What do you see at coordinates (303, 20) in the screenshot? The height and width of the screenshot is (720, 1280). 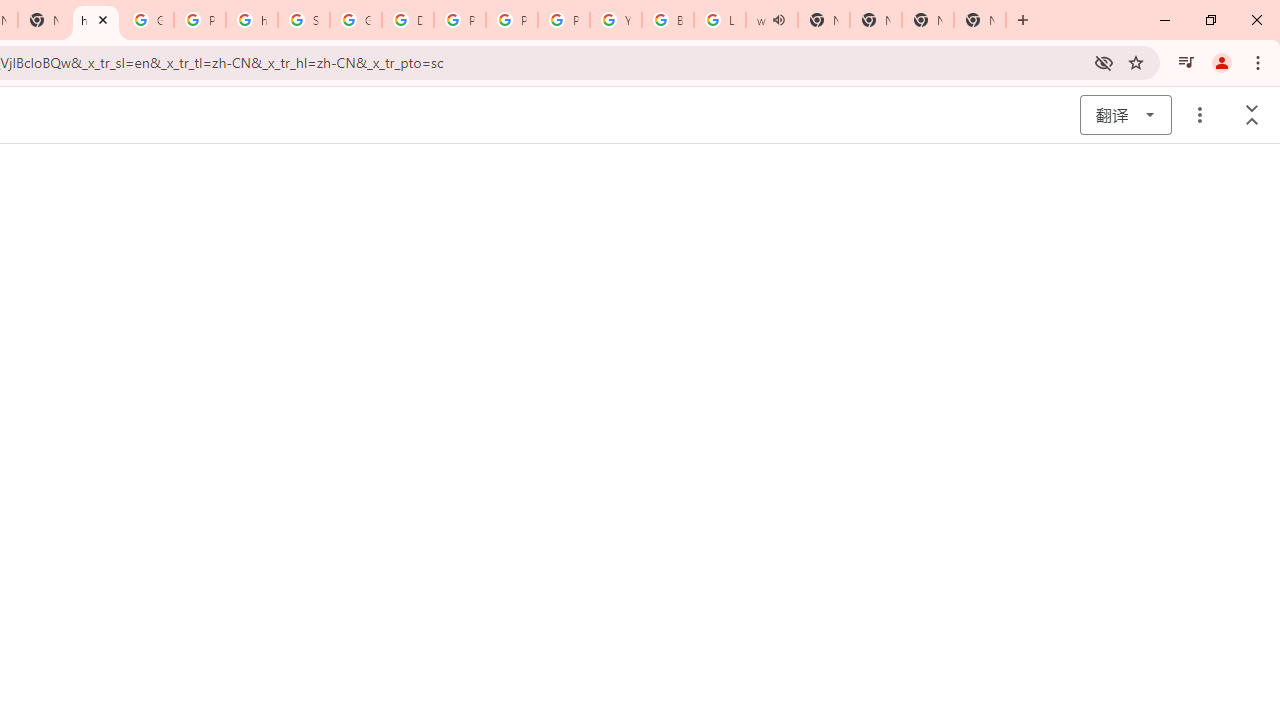 I see `'Sign in - Google Accounts'` at bounding box center [303, 20].